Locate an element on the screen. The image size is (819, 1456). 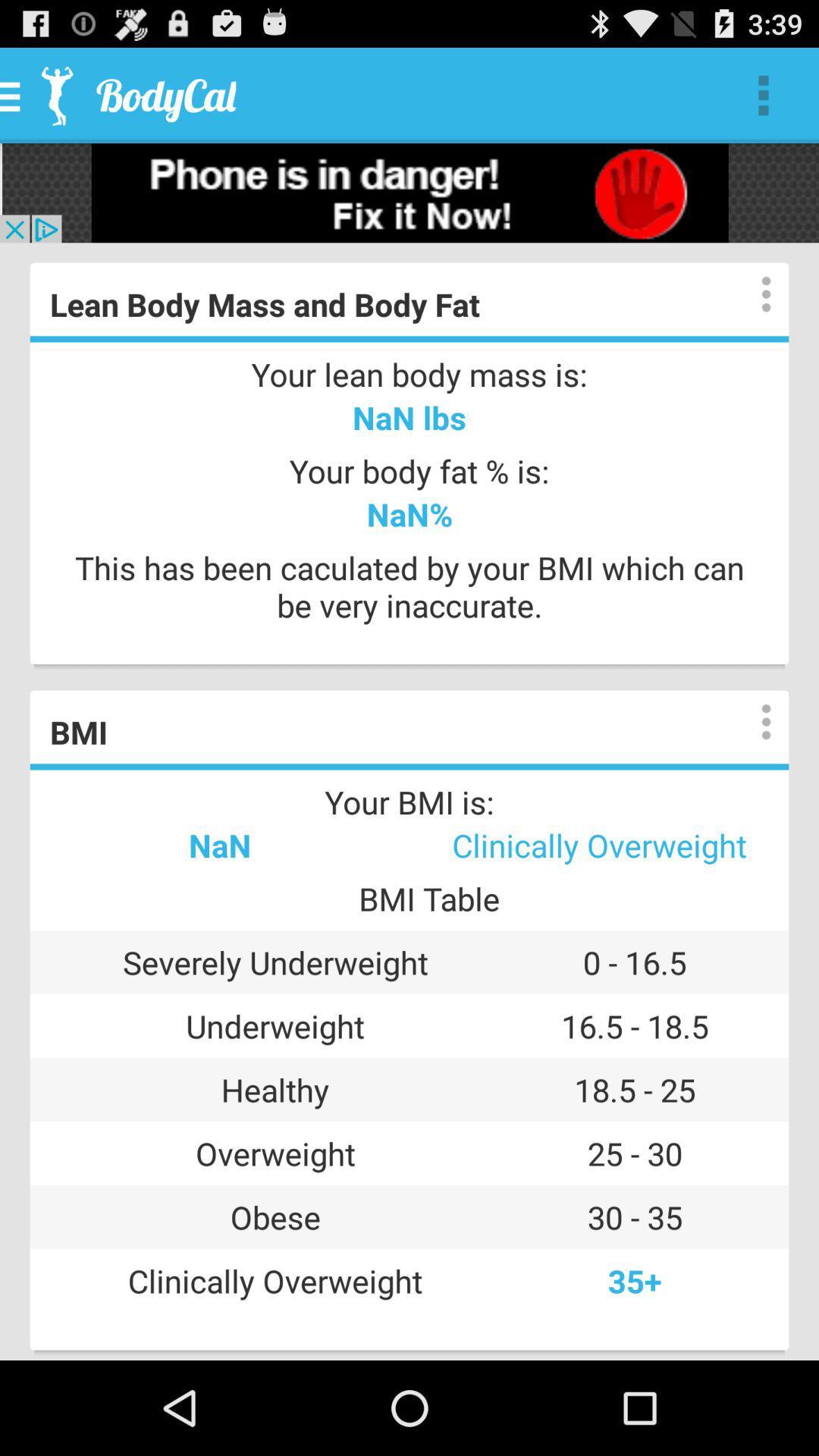
overflow action button is located at coordinates (751, 721).